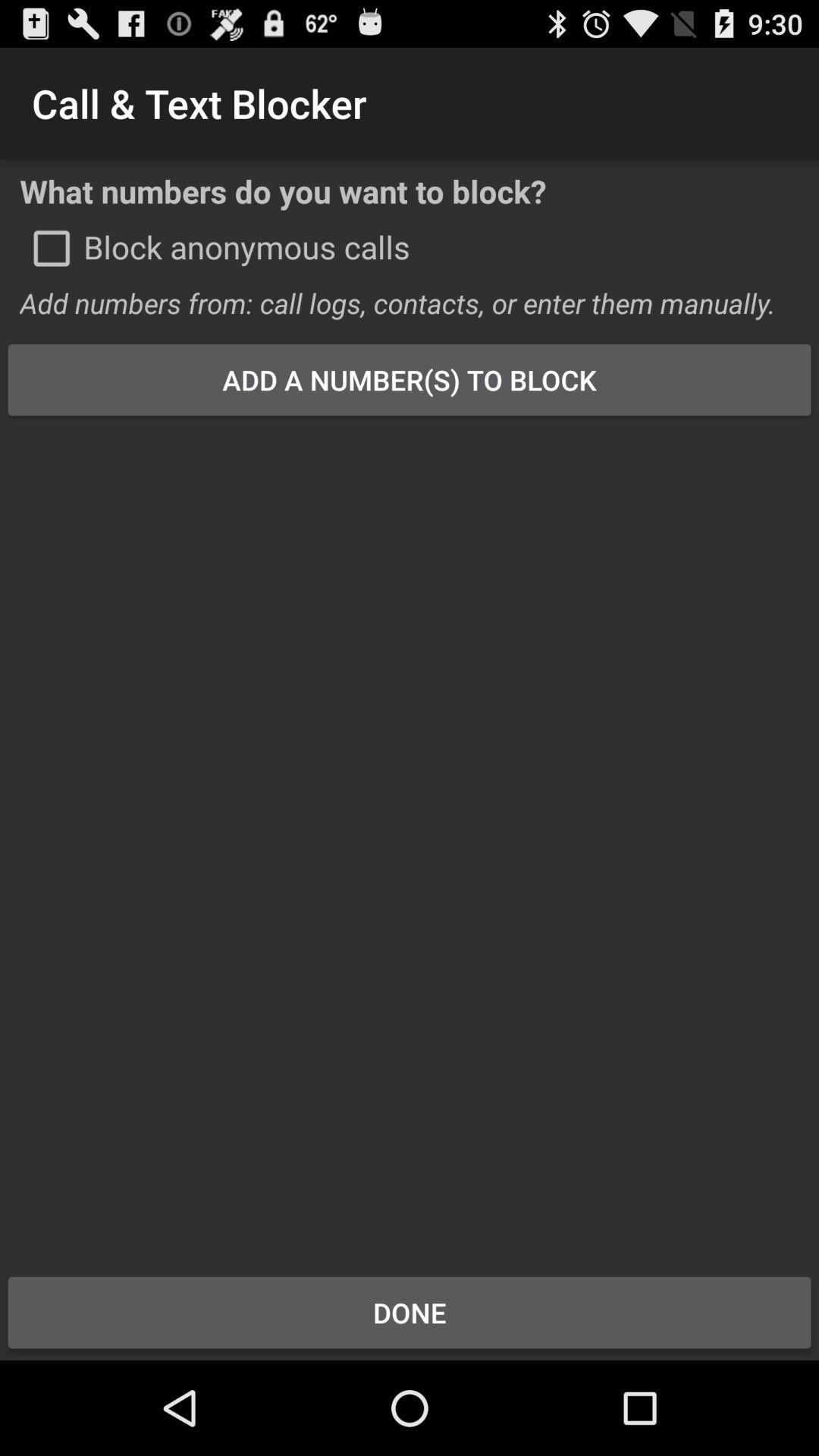 Image resolution: width=819 pixels, height=1456 pixels. What do you see at coordinates (409, 379) in the screenshot?
I see `the add a number item` at bounding box center [409, 379].